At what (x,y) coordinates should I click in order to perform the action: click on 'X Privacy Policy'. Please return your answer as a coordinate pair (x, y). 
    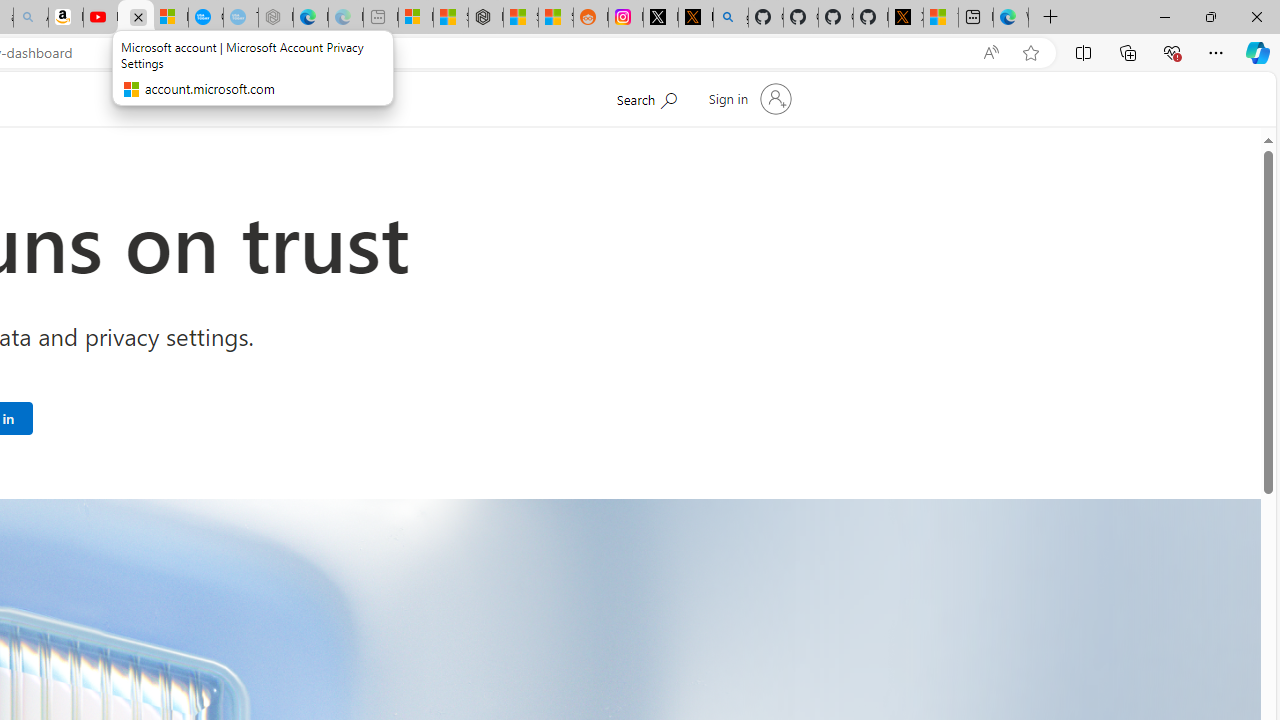
    Looking at the image, I should click on (905, 17).